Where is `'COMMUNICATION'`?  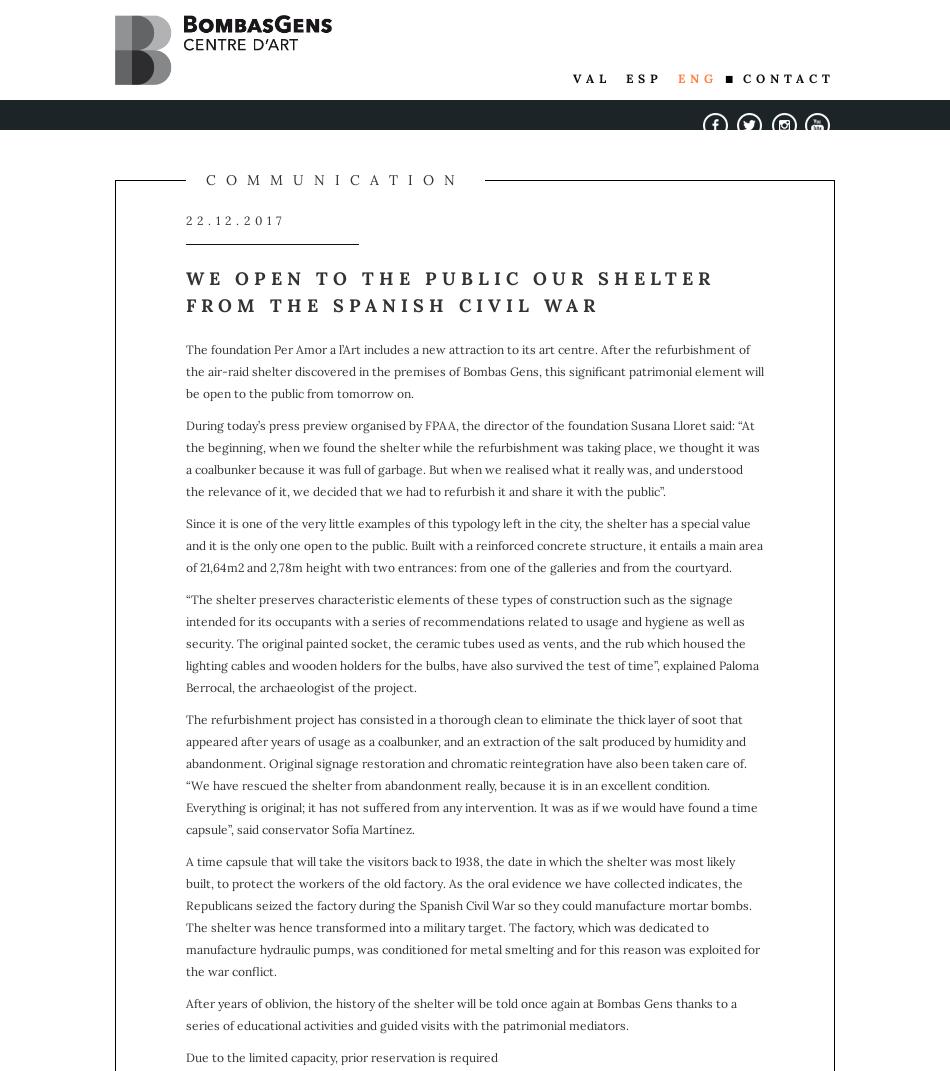 'COMMUNICATION' is located at coordinates (205, 179).